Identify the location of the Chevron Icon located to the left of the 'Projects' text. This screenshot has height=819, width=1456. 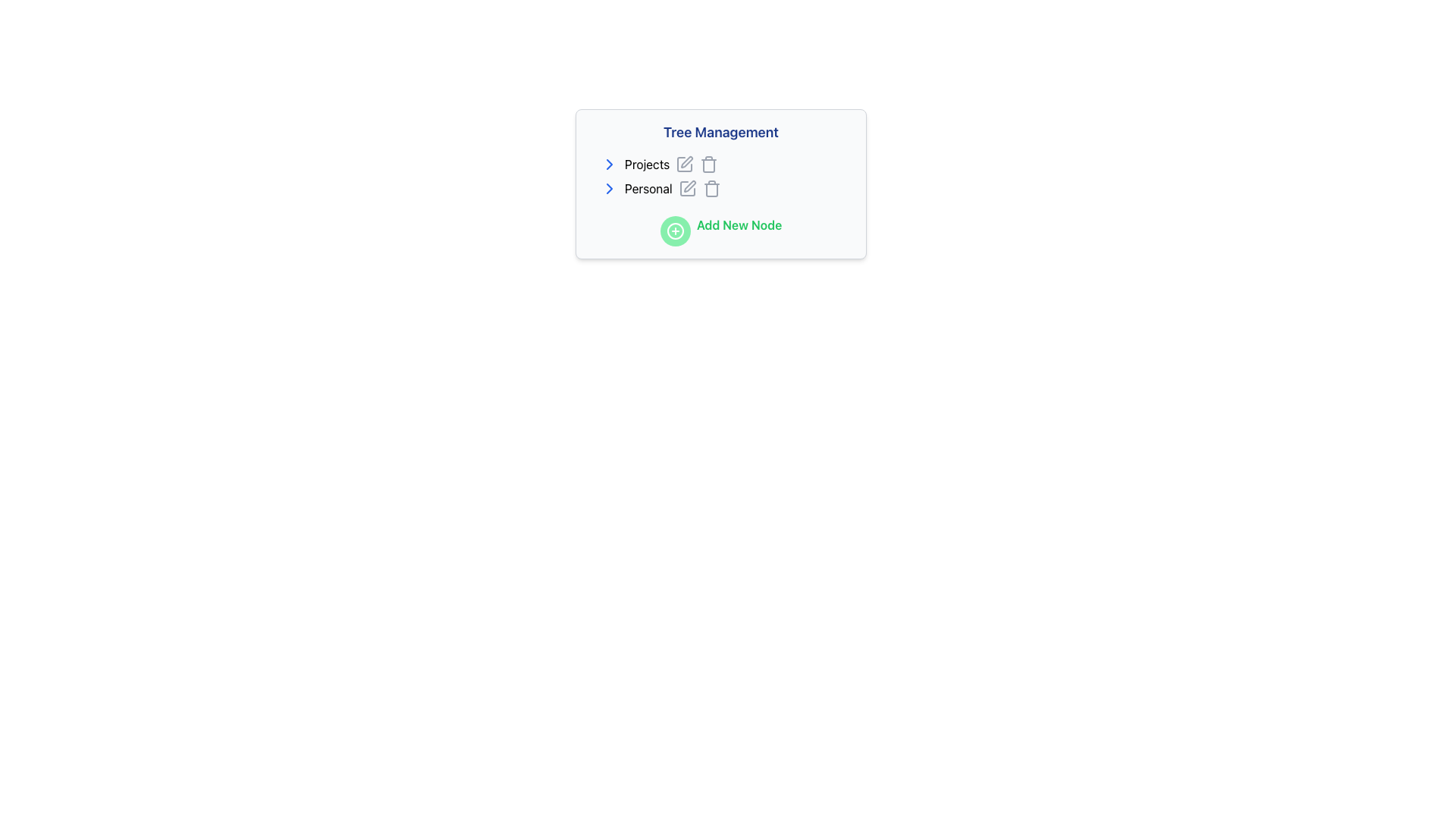
(610, 164).